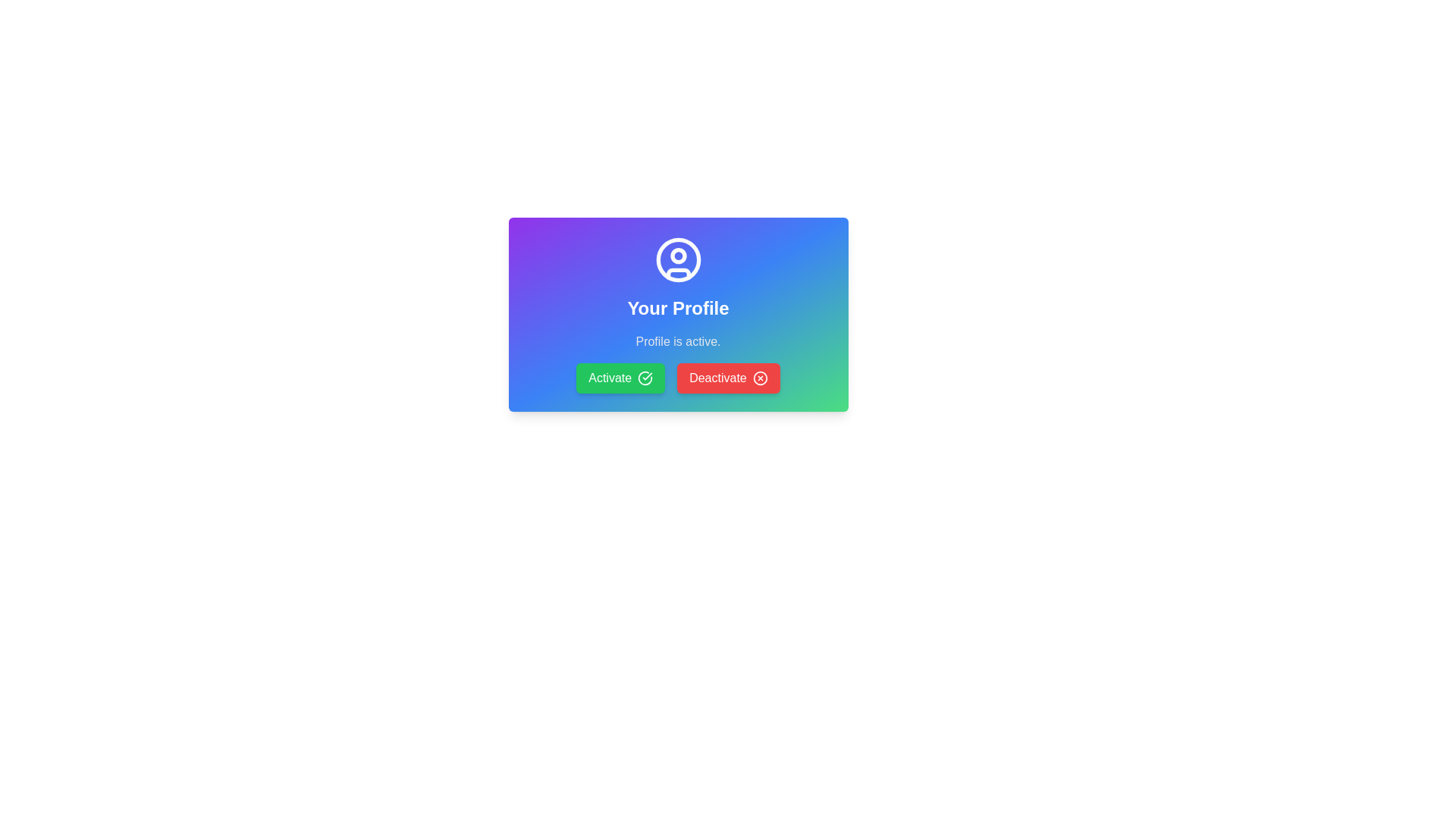  Describe the element at coordinates (760, 377) in the screenshot. I see `the SVG icon representing the action of deactivation, which is part of the 'Deactivate' button in the horizontal button group` at that location.